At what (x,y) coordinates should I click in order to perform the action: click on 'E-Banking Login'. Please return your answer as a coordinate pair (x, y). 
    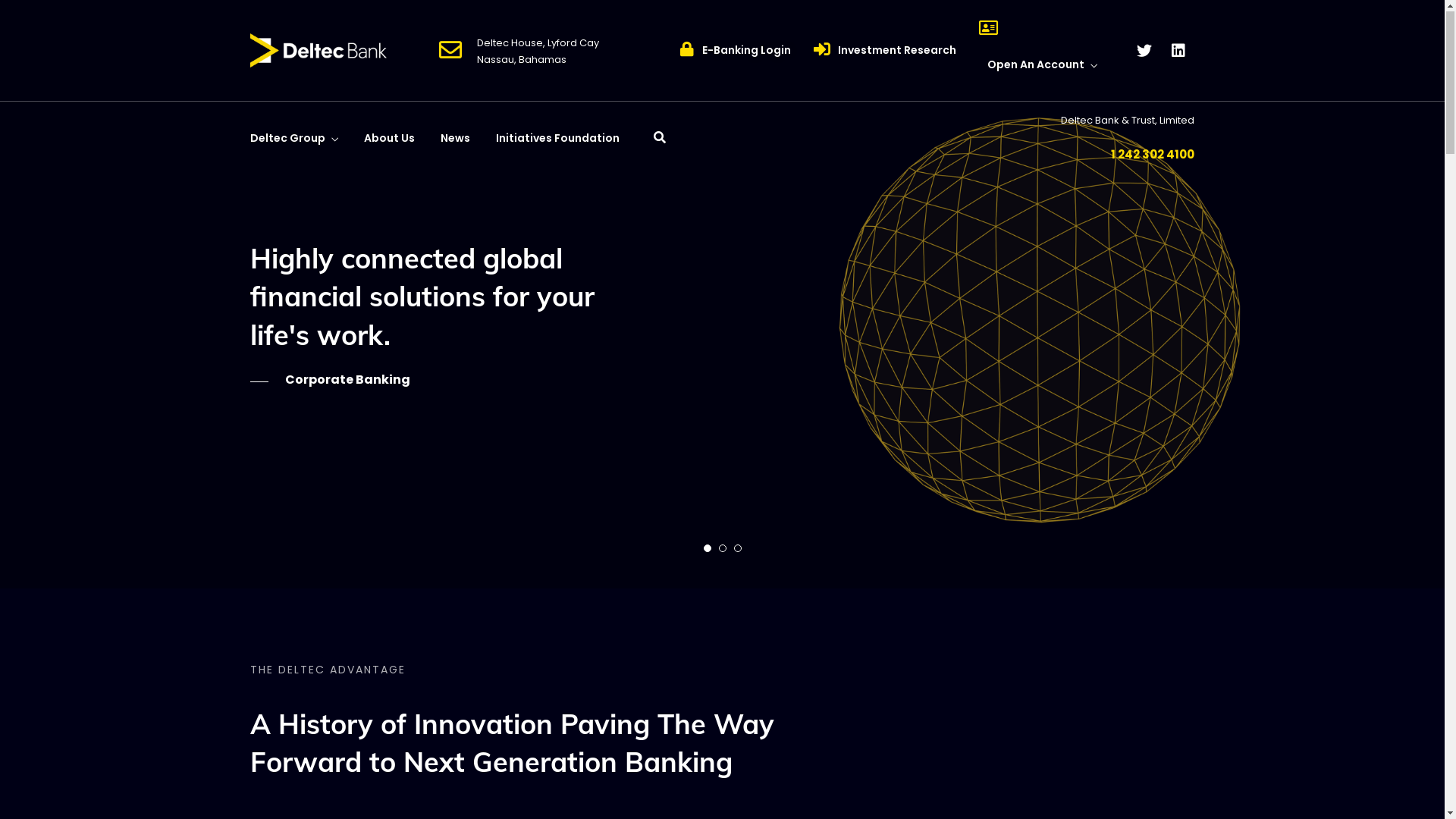
    Looking at the image, I should click on (746, 49).